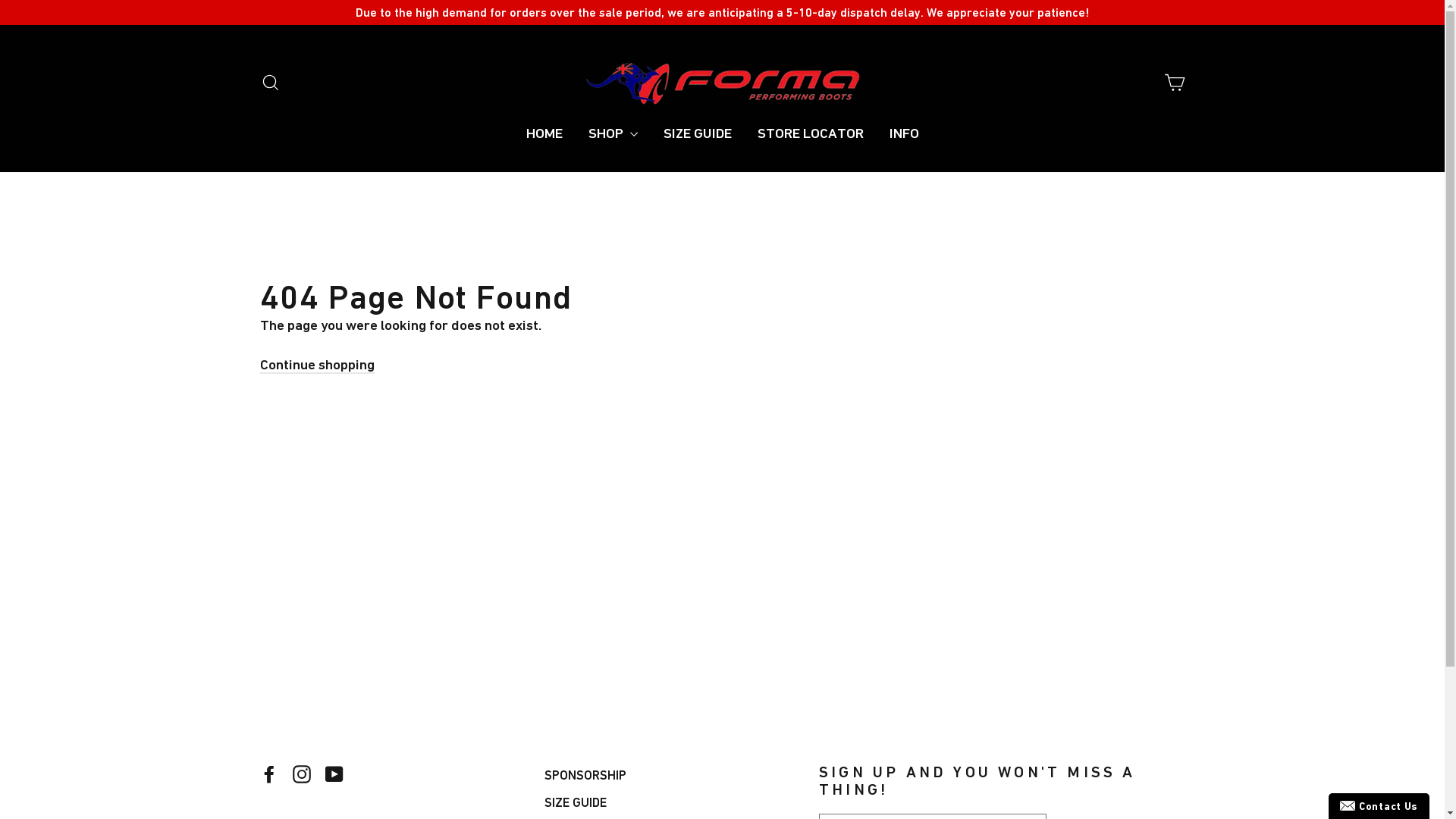 This screenshot has height=819, width=1456. Describe the element at coordinates (259, 773) in the screenshot. I see `'Facebook'` at that location.